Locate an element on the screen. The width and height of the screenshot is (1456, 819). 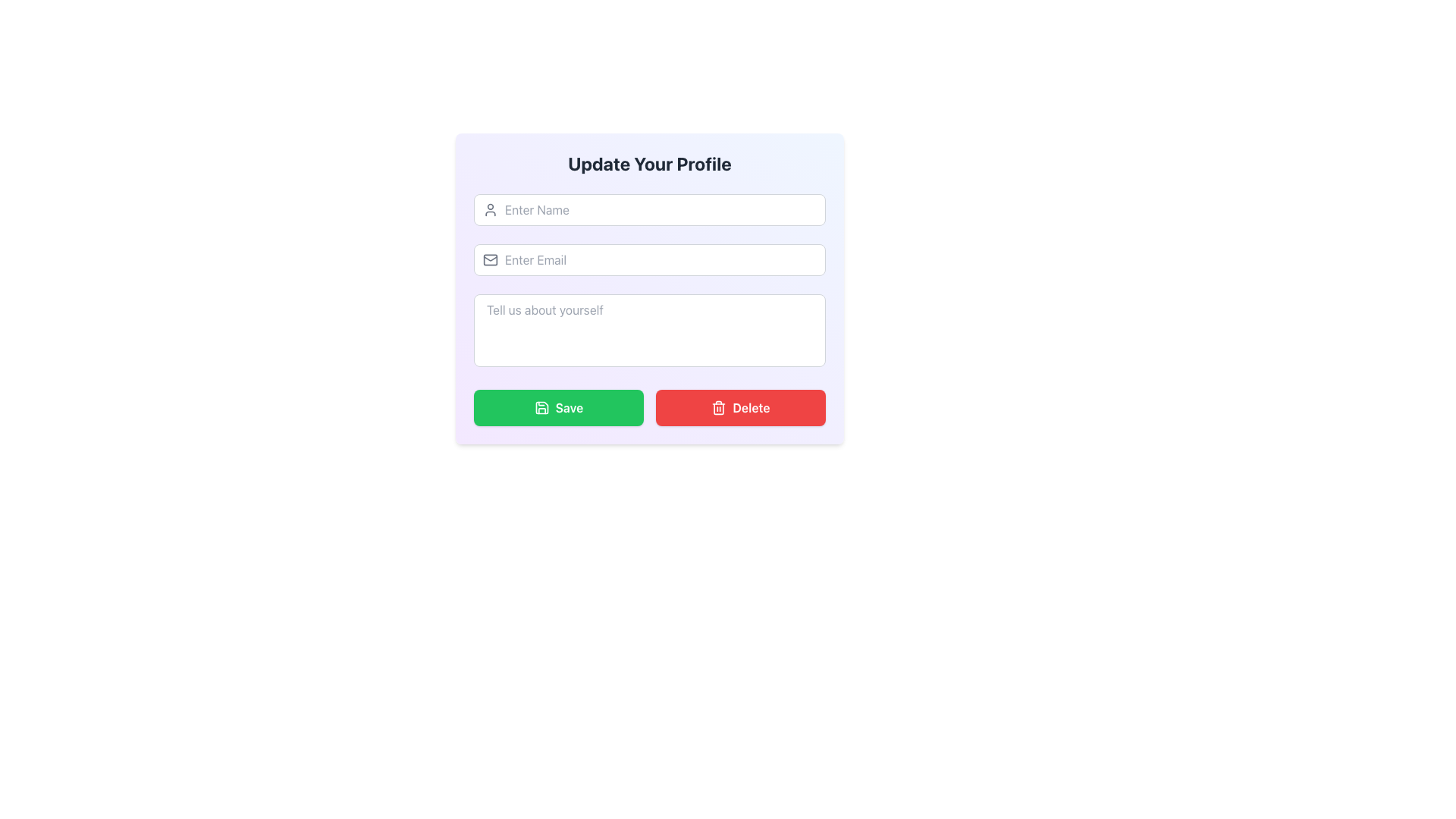
the confirmation button located below the text input fields of the form to observe the hover effects is located at coordinates (558, 406).